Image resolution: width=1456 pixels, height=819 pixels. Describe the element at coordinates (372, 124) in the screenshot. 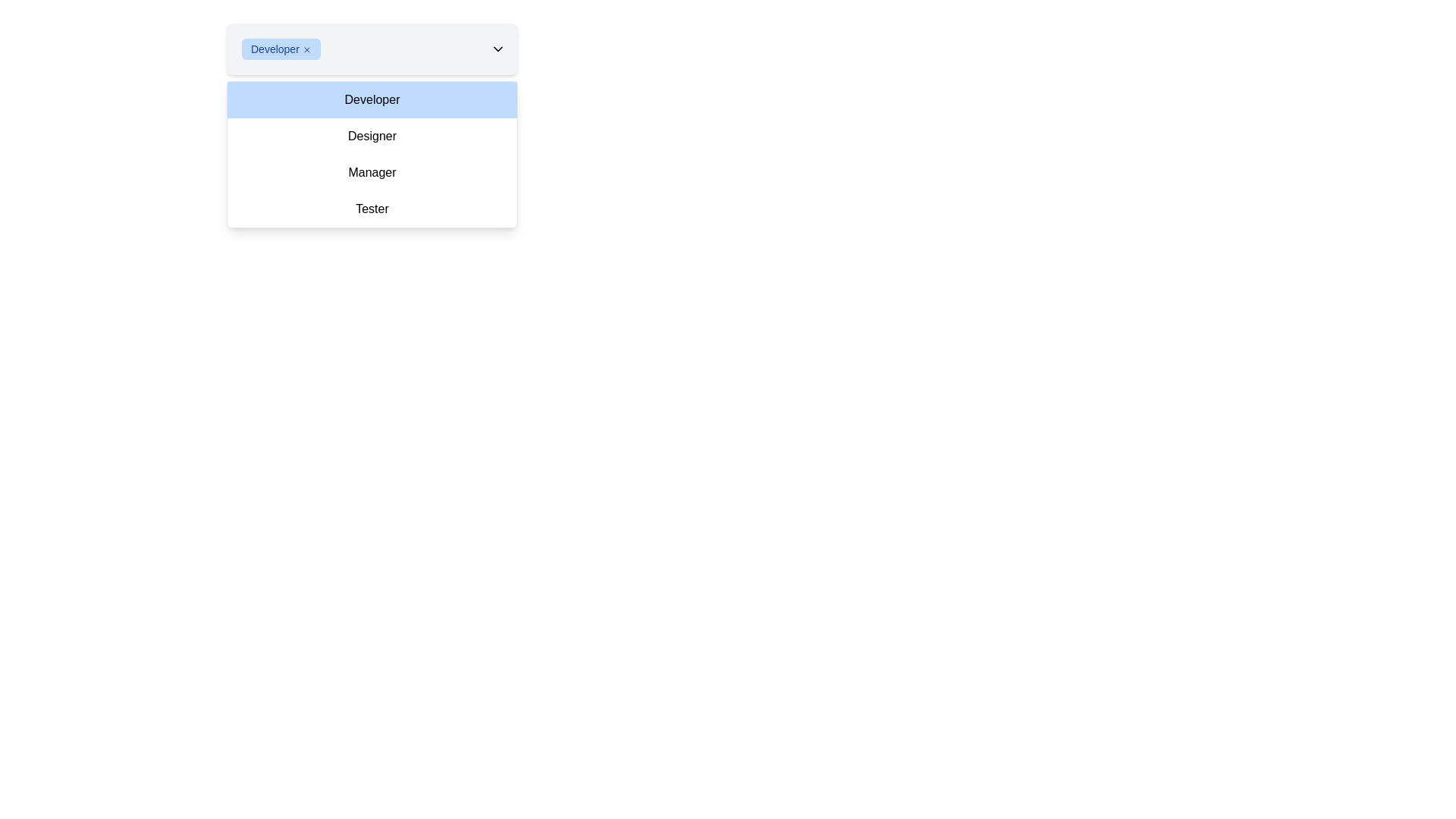

I see `the first item in the dropdown menu that indicates the role 'Developer'` at that location.